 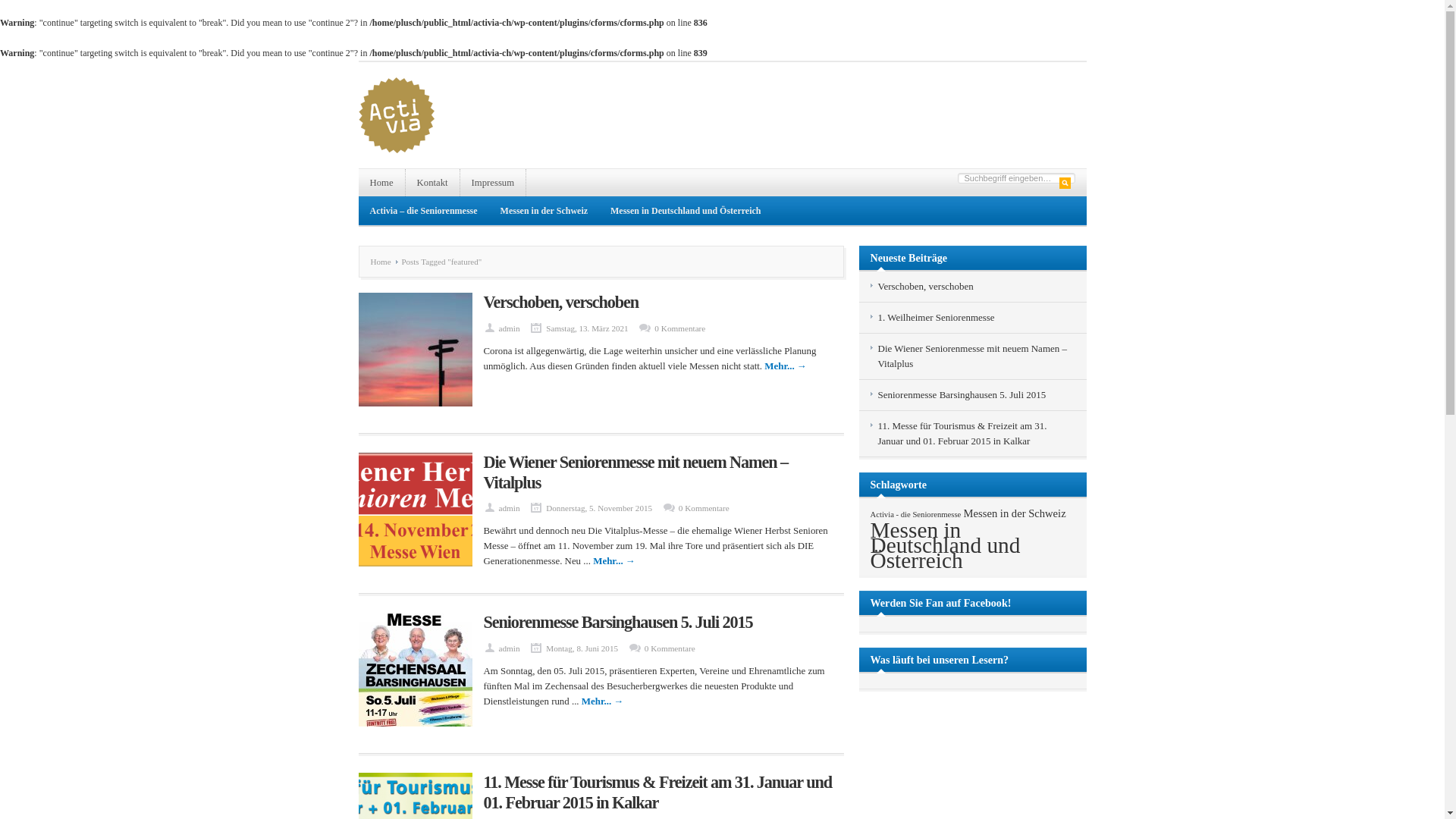 What do you see at coordinates (544, 210) in the screenshot?
I see `'Messen in der Schweiz'` at bounding box center [544, 210].